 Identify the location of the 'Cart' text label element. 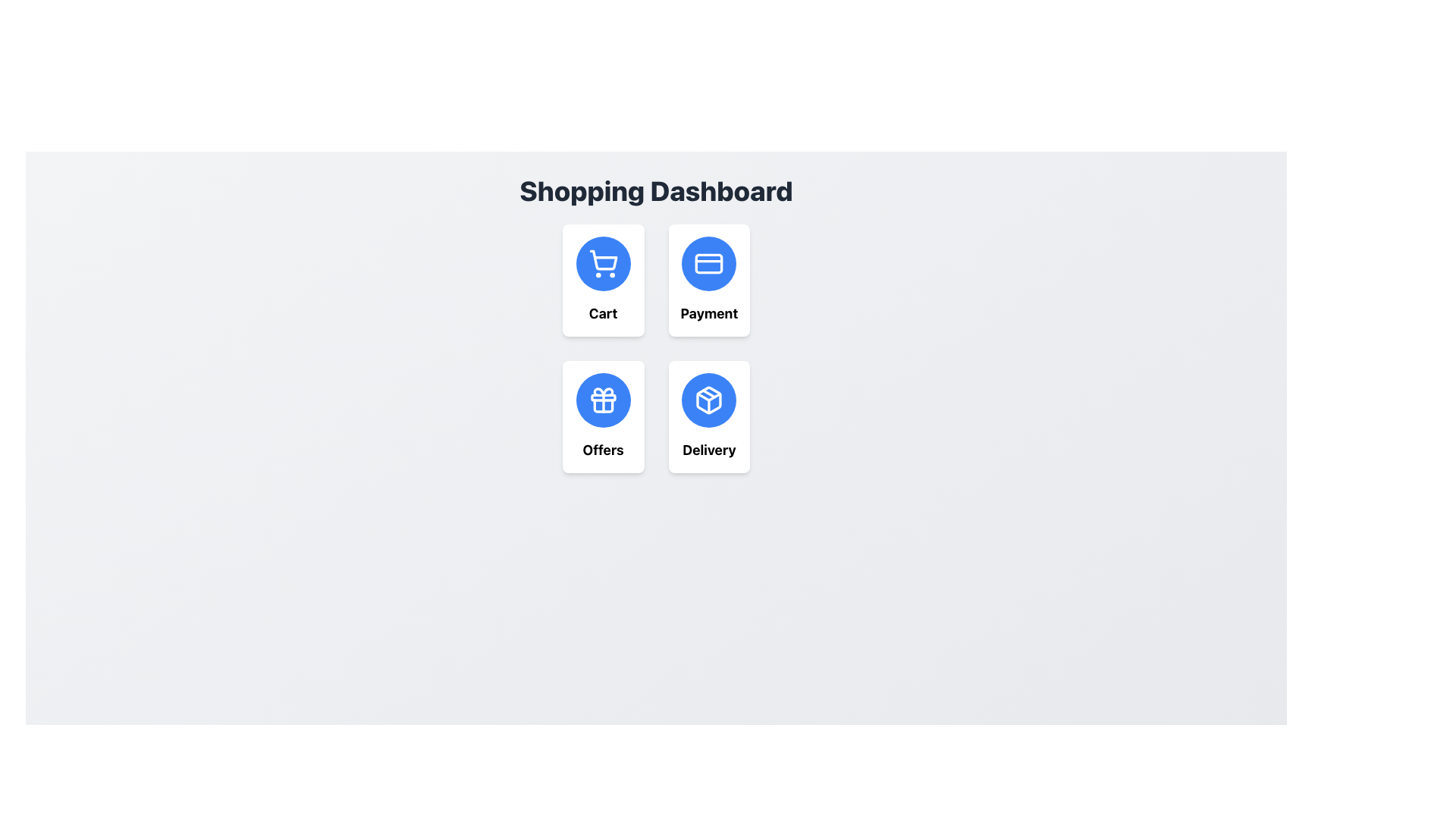
(602, 312).